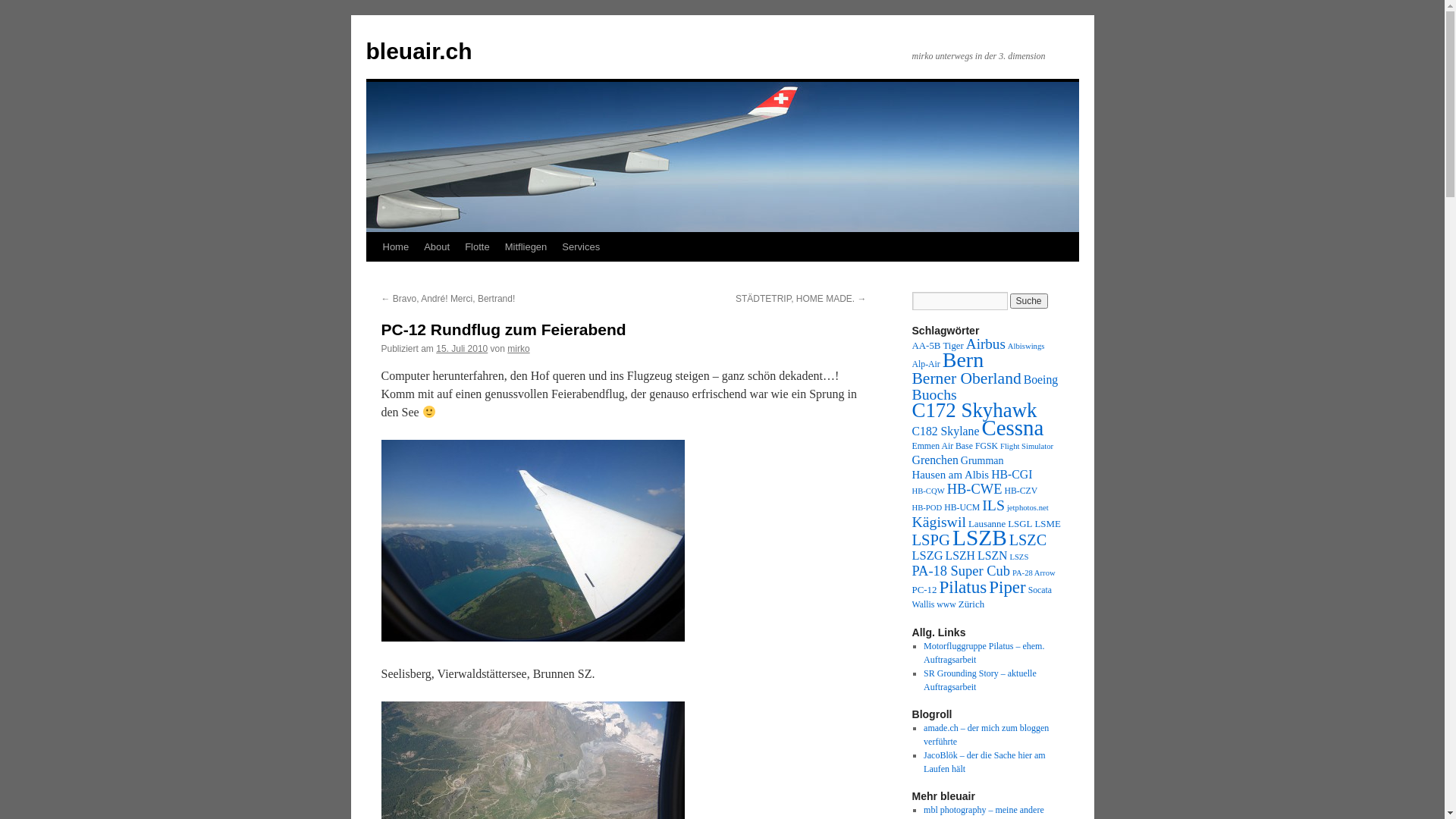  What do you see at coordinates (938, 586) in the screenshot?
I see `'Pilatus'` at bounding box center [938, 586].